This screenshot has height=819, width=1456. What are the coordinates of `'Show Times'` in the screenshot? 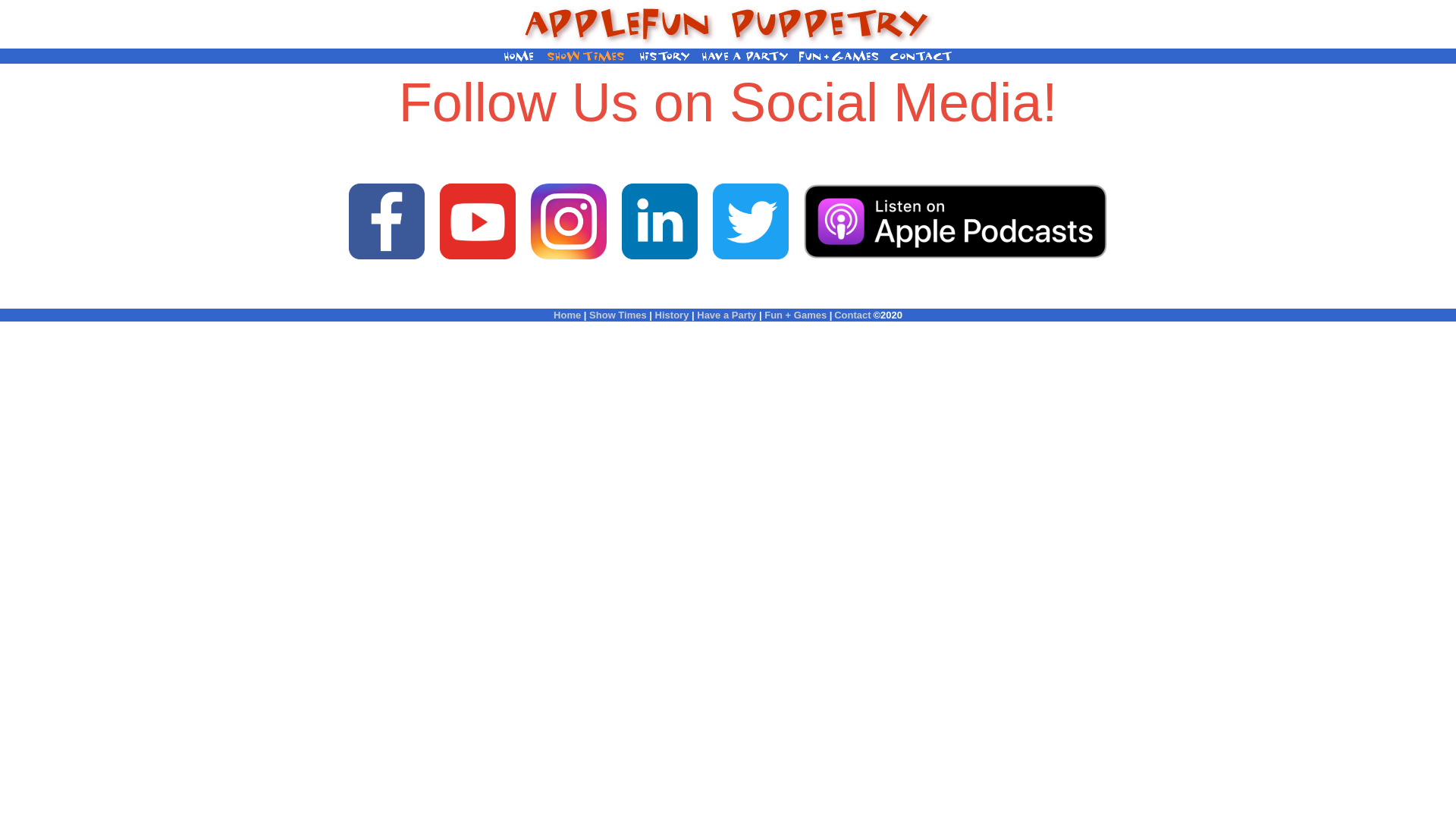 It's located at (588, 314).